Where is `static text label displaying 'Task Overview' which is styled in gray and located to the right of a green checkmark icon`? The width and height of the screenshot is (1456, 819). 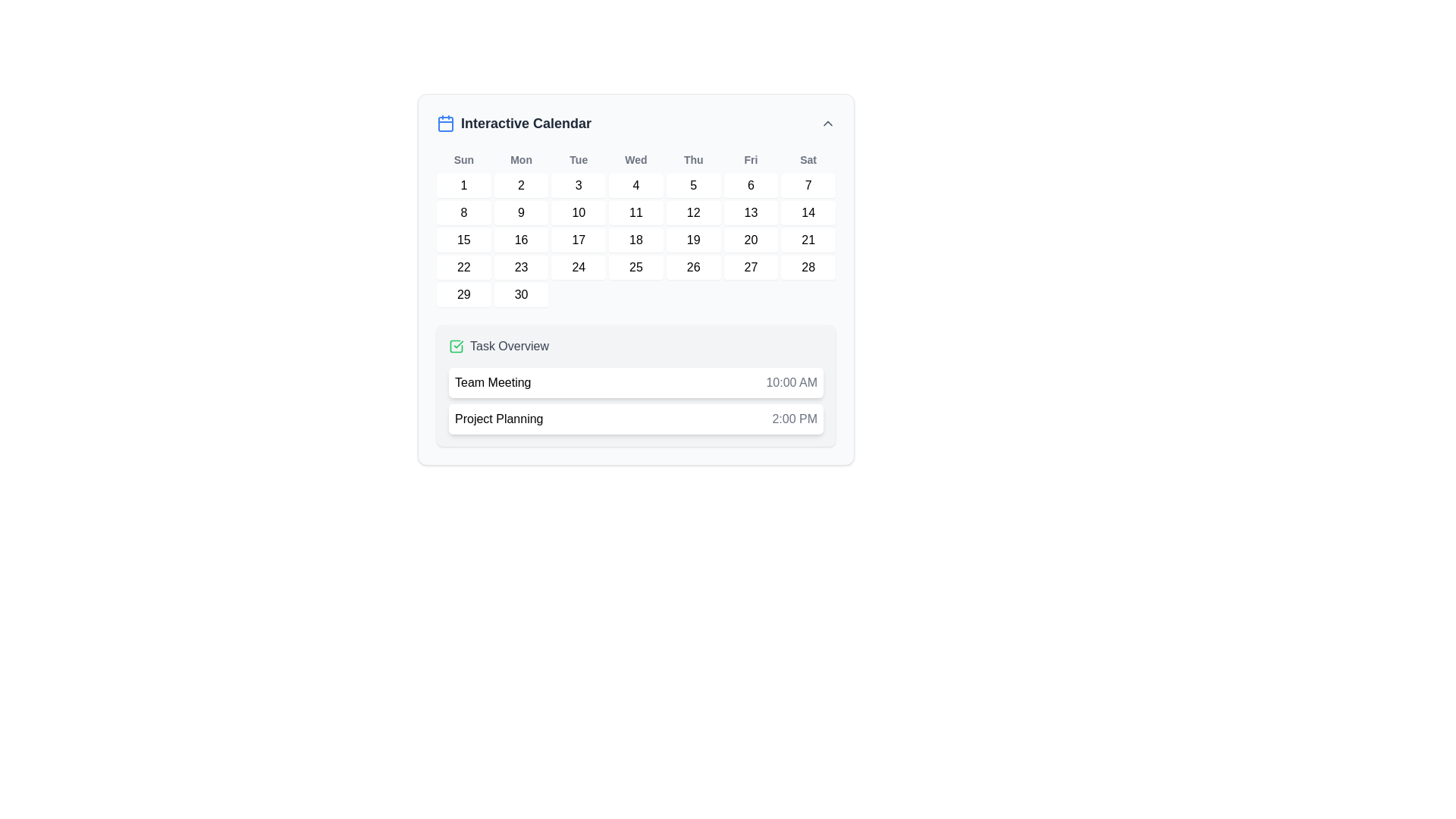 static text label displaying 'Task Overview' which is styled in gray and located to the right of a green checkmark icon is located at coordinates (510, 346).